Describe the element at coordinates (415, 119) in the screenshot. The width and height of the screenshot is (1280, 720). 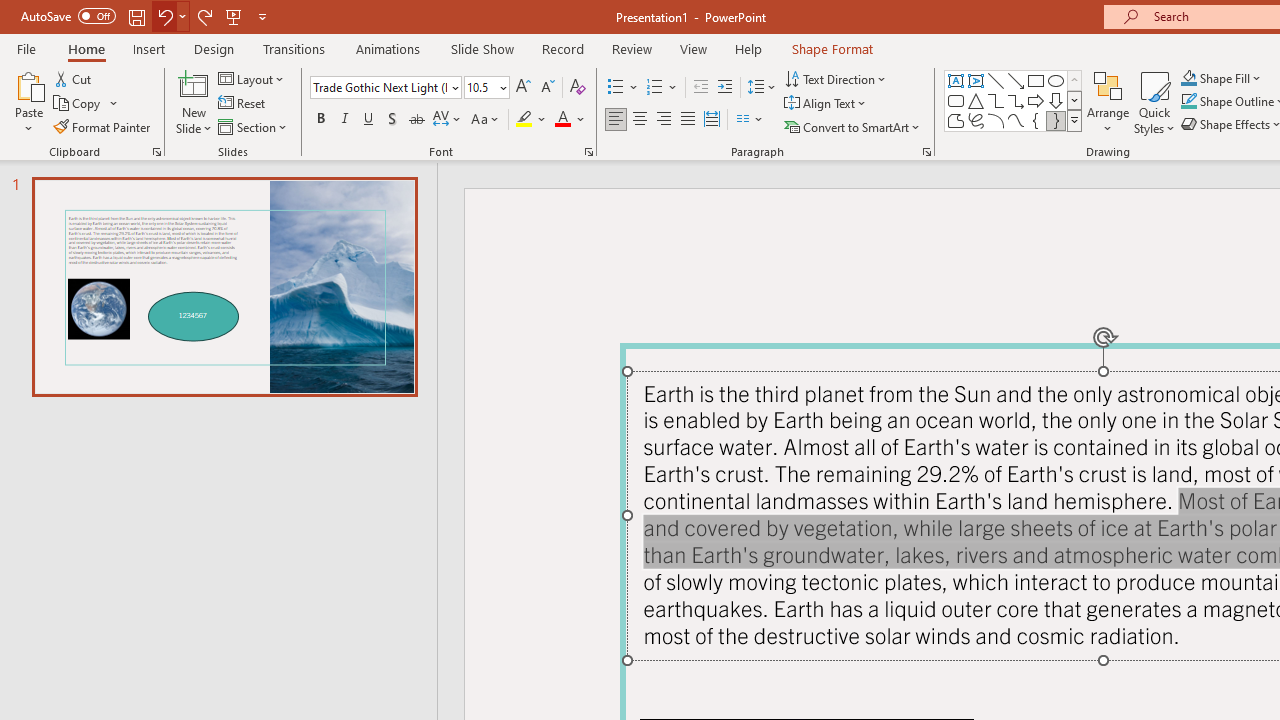
I see `'Strikethrough'` at that location.